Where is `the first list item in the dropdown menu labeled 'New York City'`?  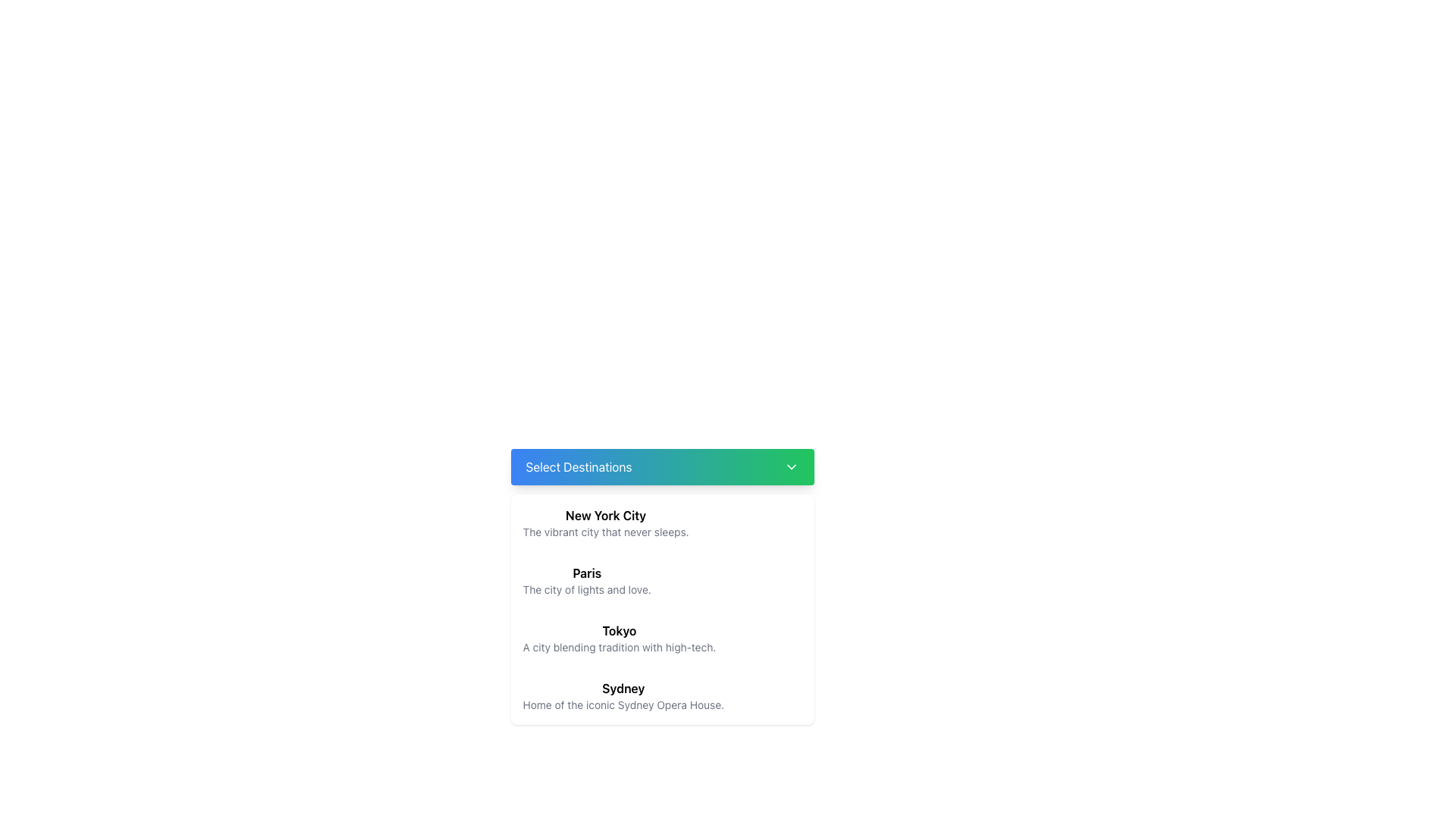 the first list item in the dropdown menu labeled 'New York City' is located at coordinates (662, 522).